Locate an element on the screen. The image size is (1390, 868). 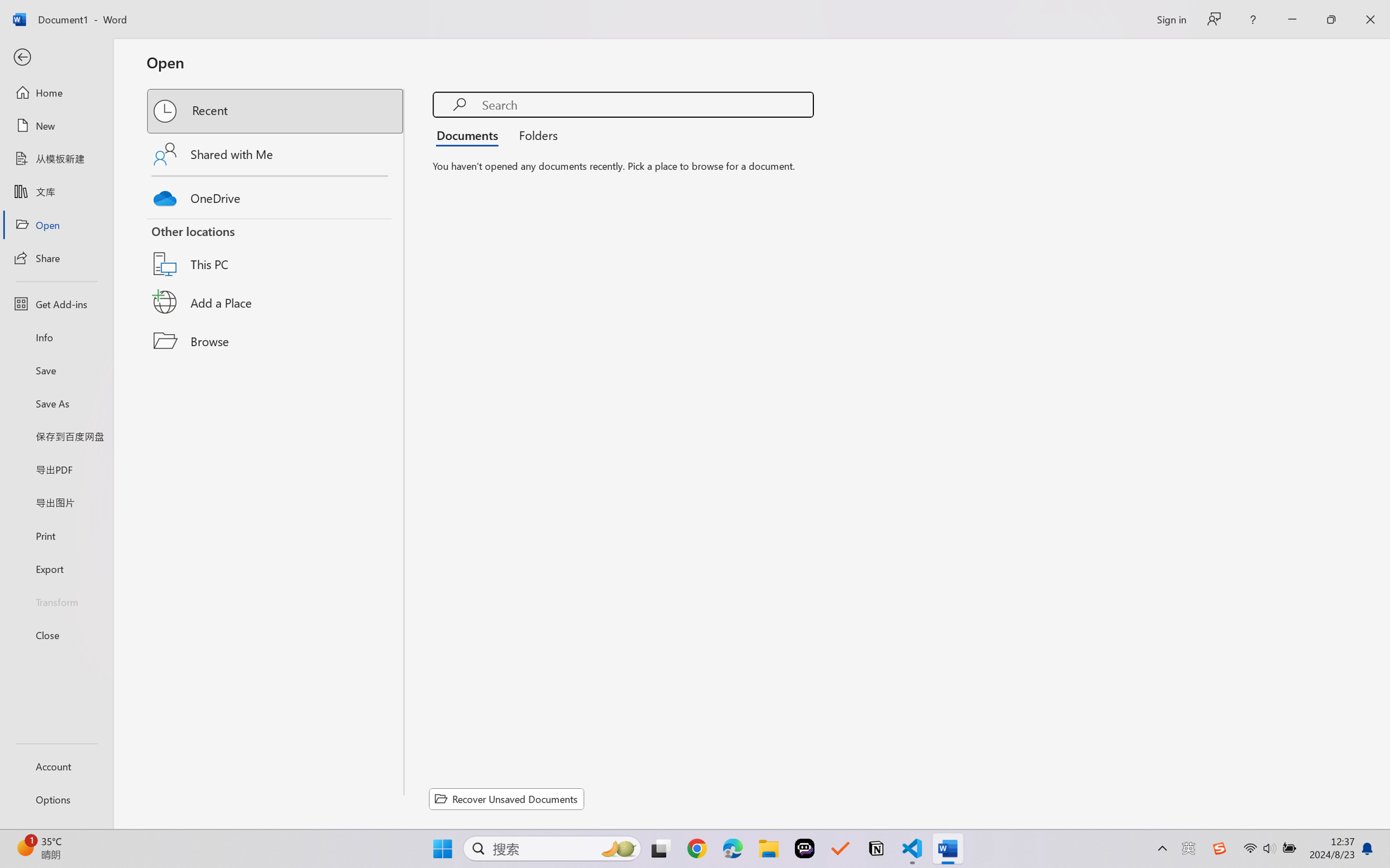
'Export' is located at coordinates (56, 568).